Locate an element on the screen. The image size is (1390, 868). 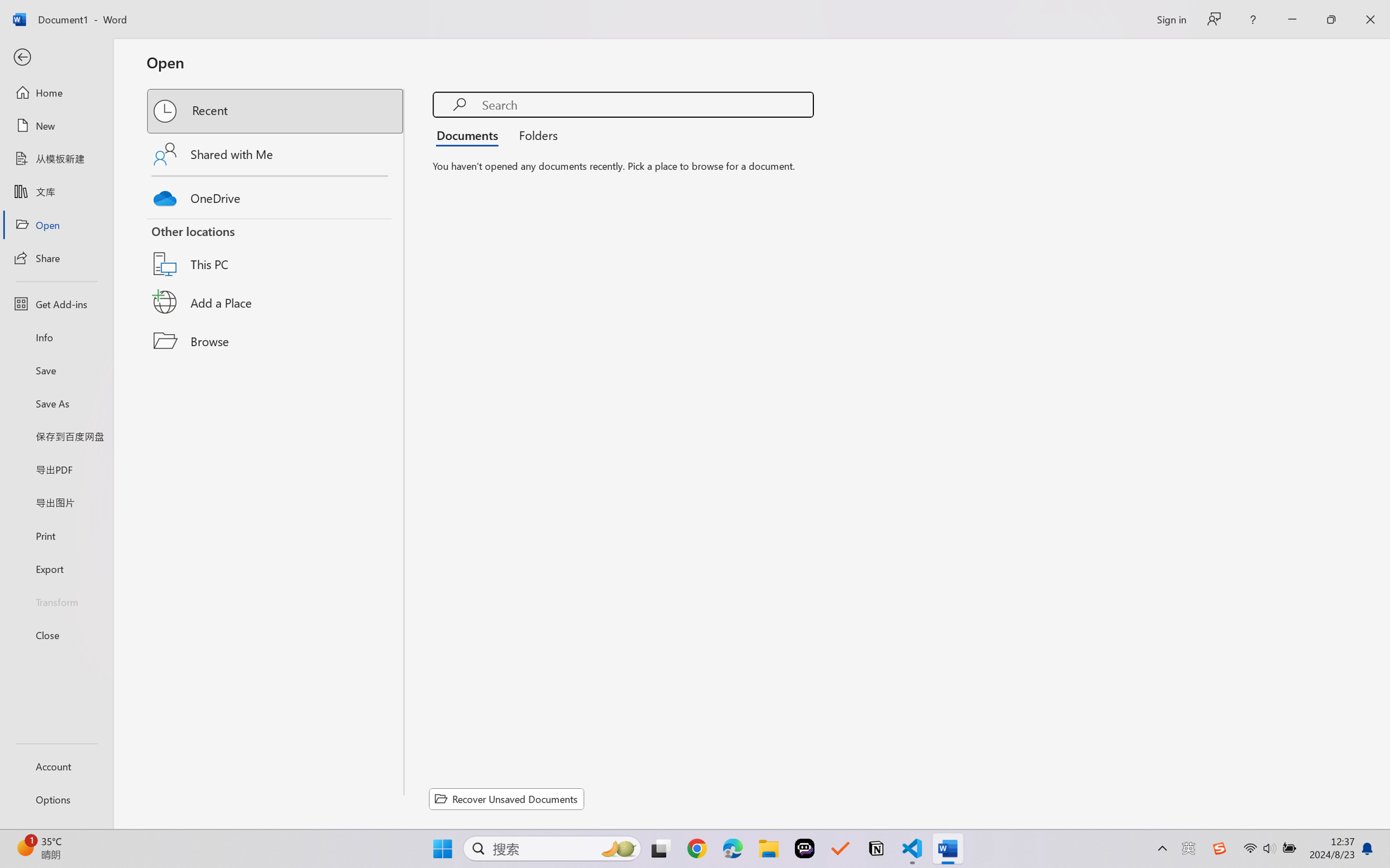
'Export' is located at coordinates (56, 568).